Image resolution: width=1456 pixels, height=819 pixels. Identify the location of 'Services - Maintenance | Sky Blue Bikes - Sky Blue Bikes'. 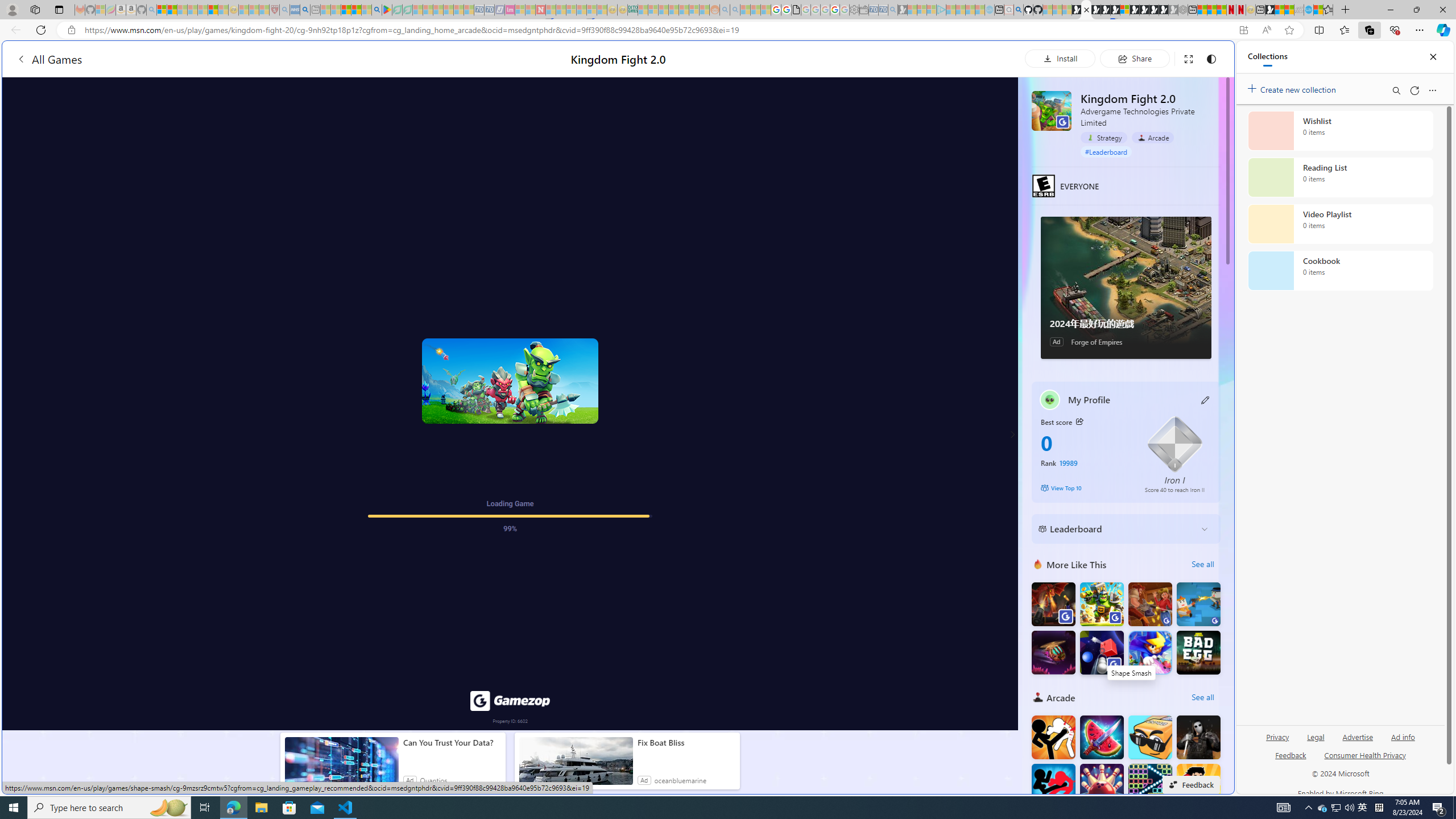
(1308, 9).